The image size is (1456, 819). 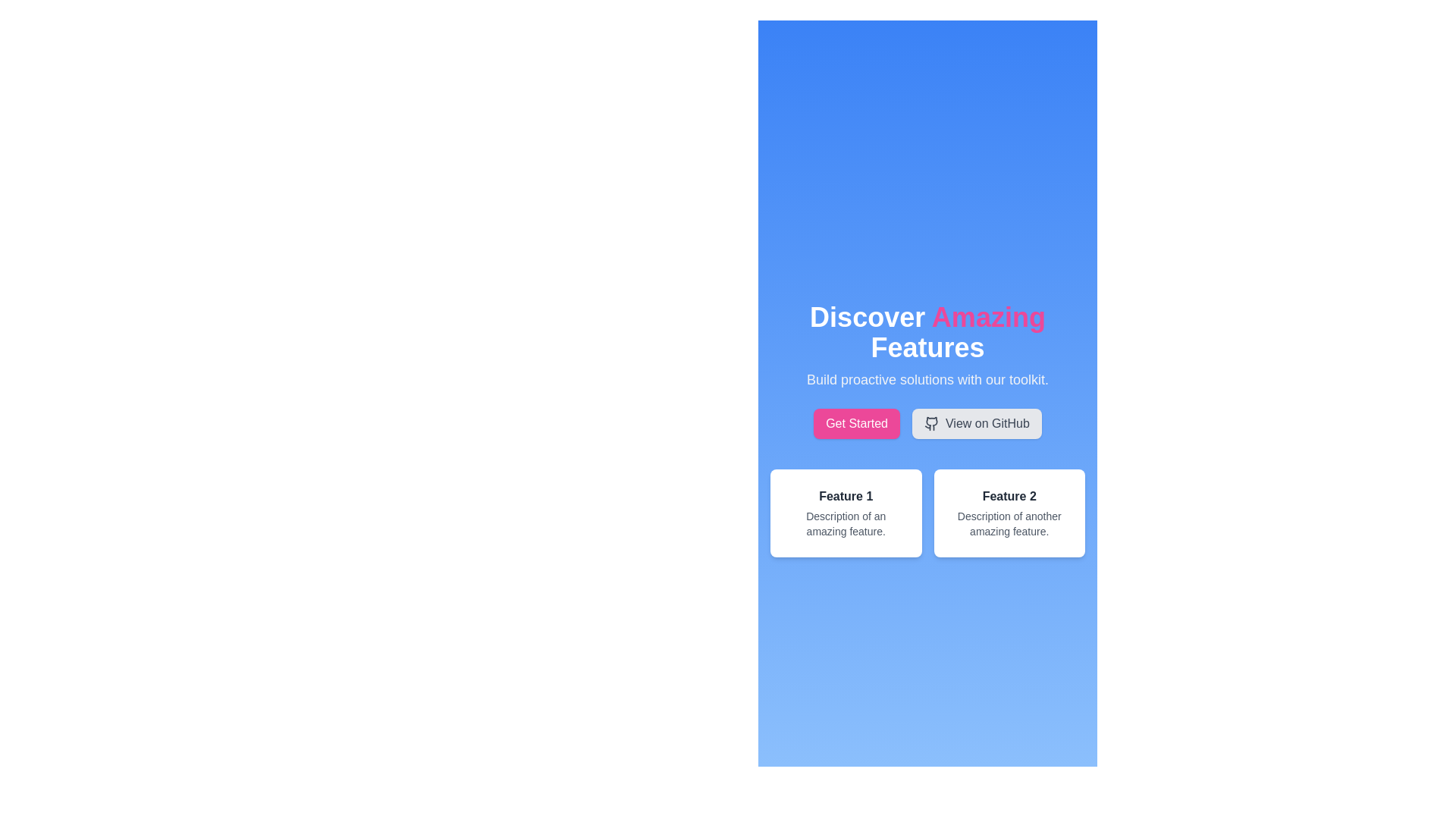 What do you see at coordinates (845, 497) in the screenshot?
I see `the Text Header element which serves as the title for the feature description block, positioned above the descriptive text 'Description of an amazing feature.'` at bounding box center [845, 497].